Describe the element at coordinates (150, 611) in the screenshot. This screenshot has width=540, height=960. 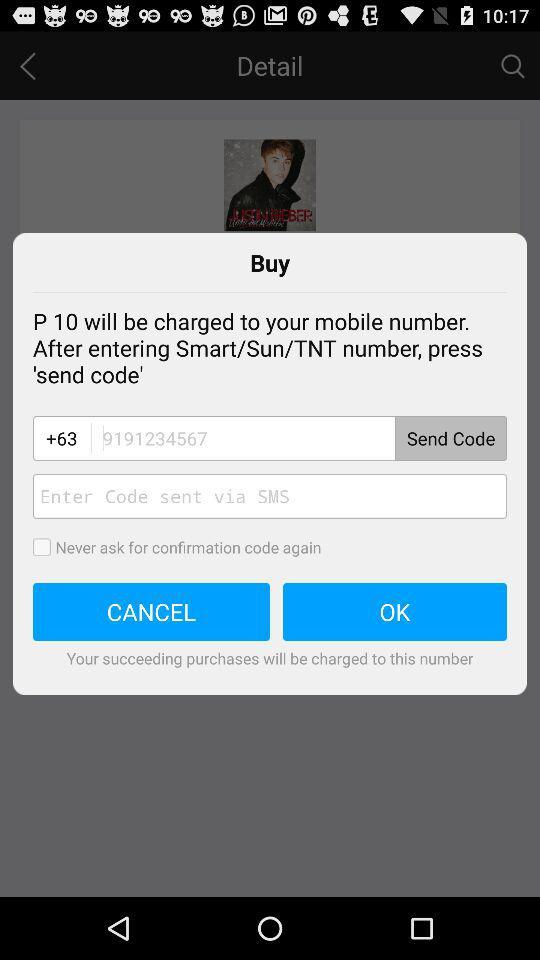
I see `icon next to ok icon` at that location.